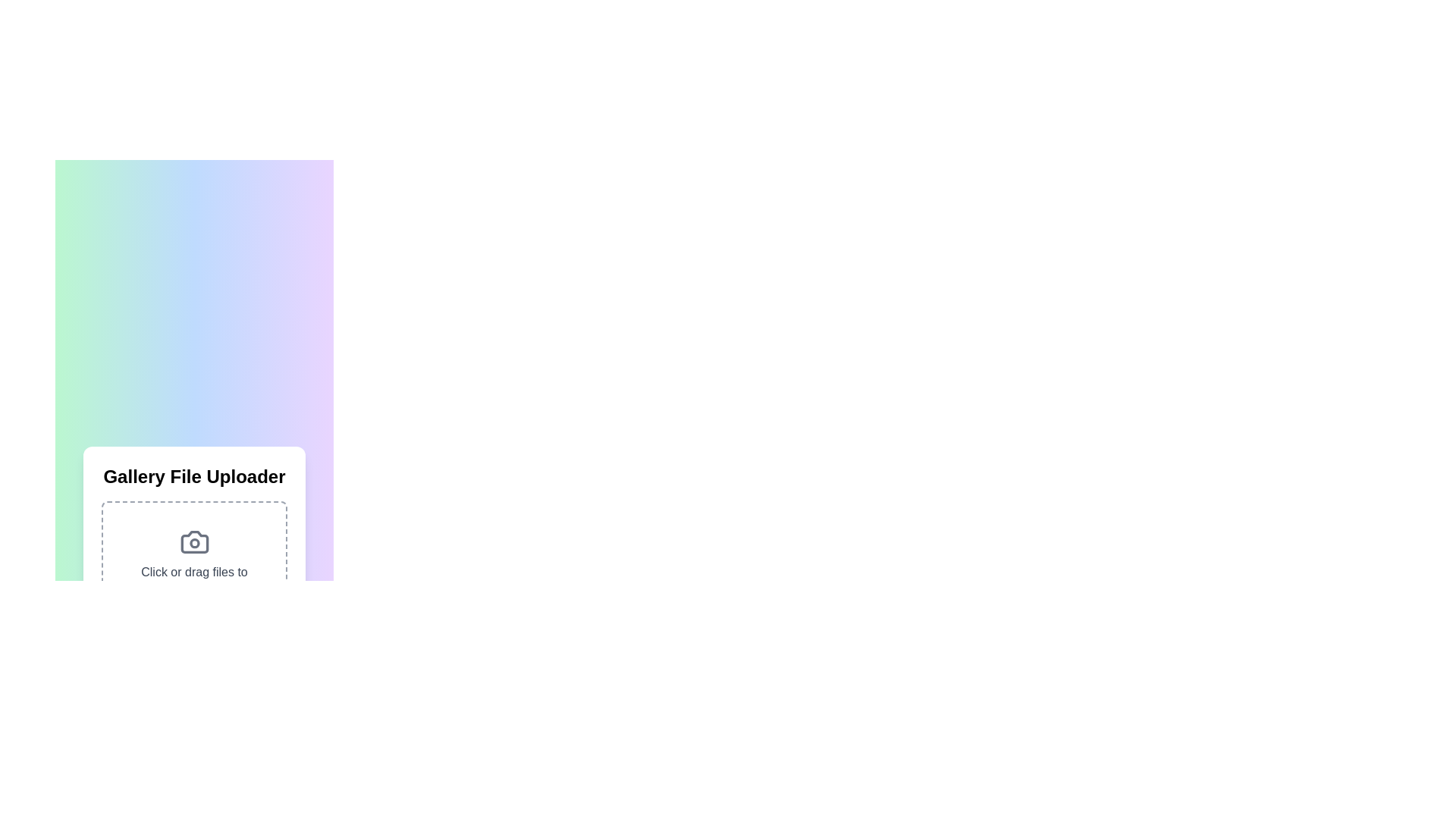 This screenshot has width=1456, height=819. What do you see at coordinates (193, 581) in the screenshot?
I see `the text label that provides instructions for uploading files, located below the camera icon in the file uploader component` at bounding box center [193, 581].